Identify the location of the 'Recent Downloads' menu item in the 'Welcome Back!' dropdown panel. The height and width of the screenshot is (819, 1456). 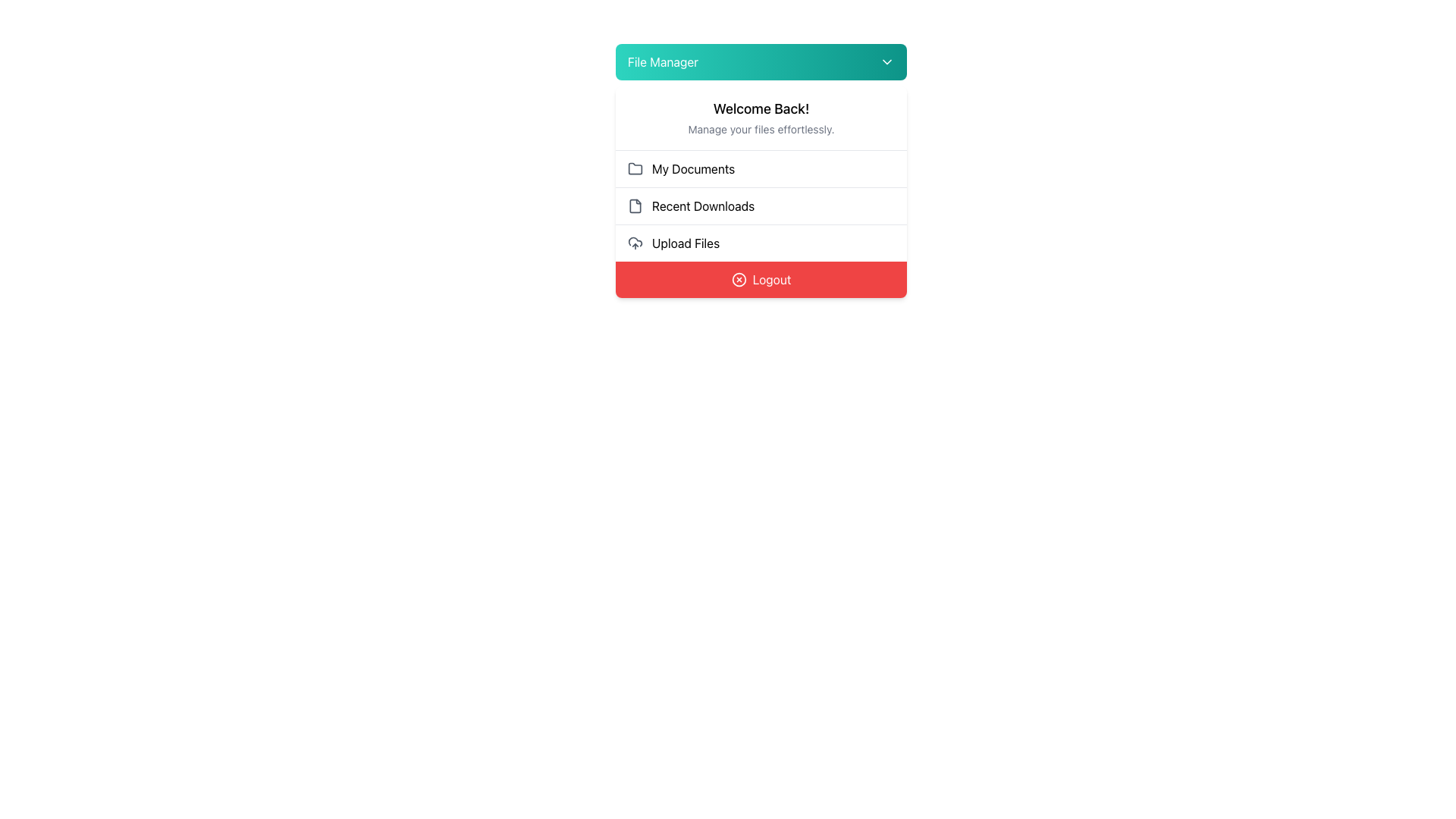
(761, 191).